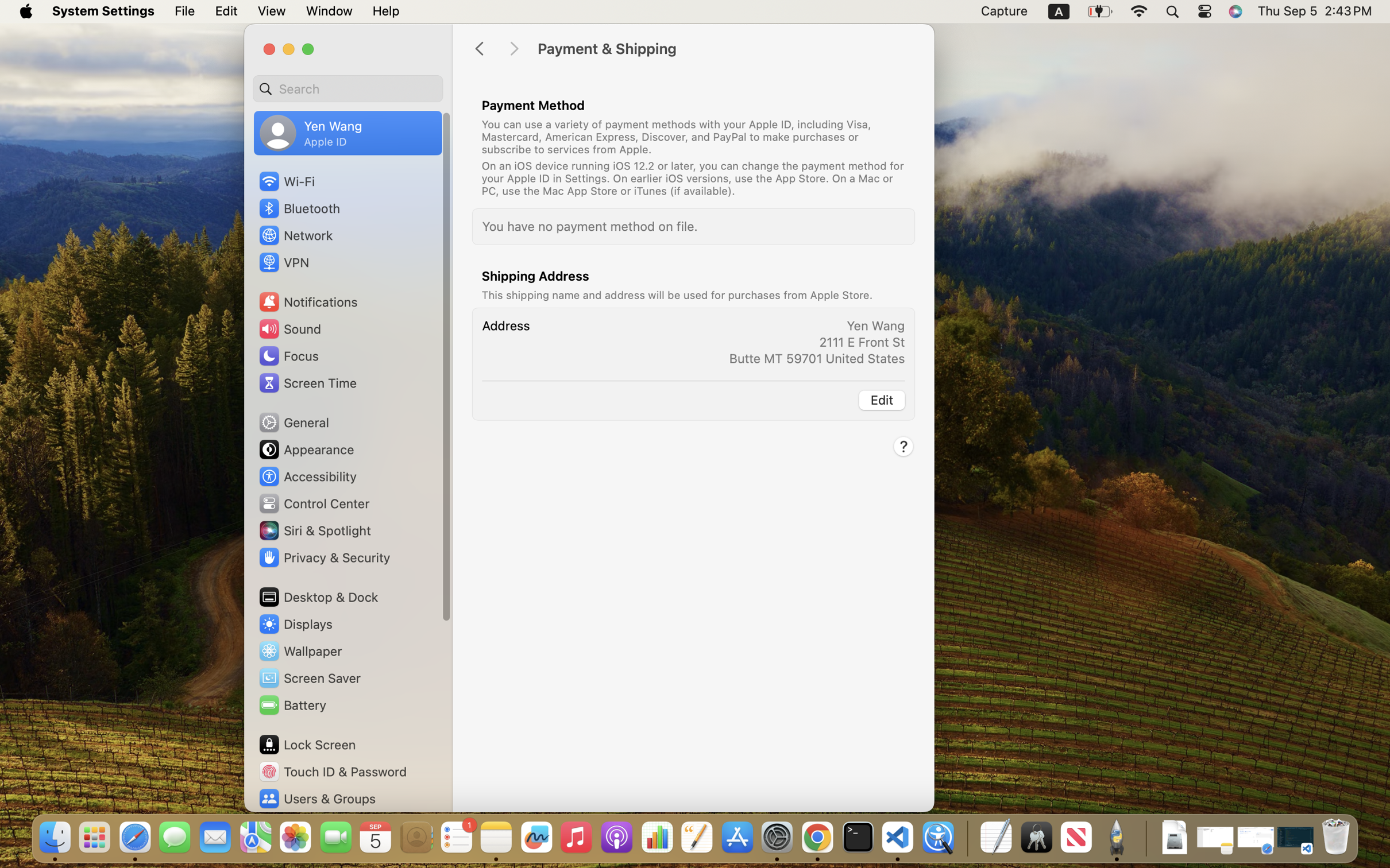 The image size is (1390, 868). Describe the element at coordinates (295, 624) in the screenshot. I see `'Displays'` at that location.